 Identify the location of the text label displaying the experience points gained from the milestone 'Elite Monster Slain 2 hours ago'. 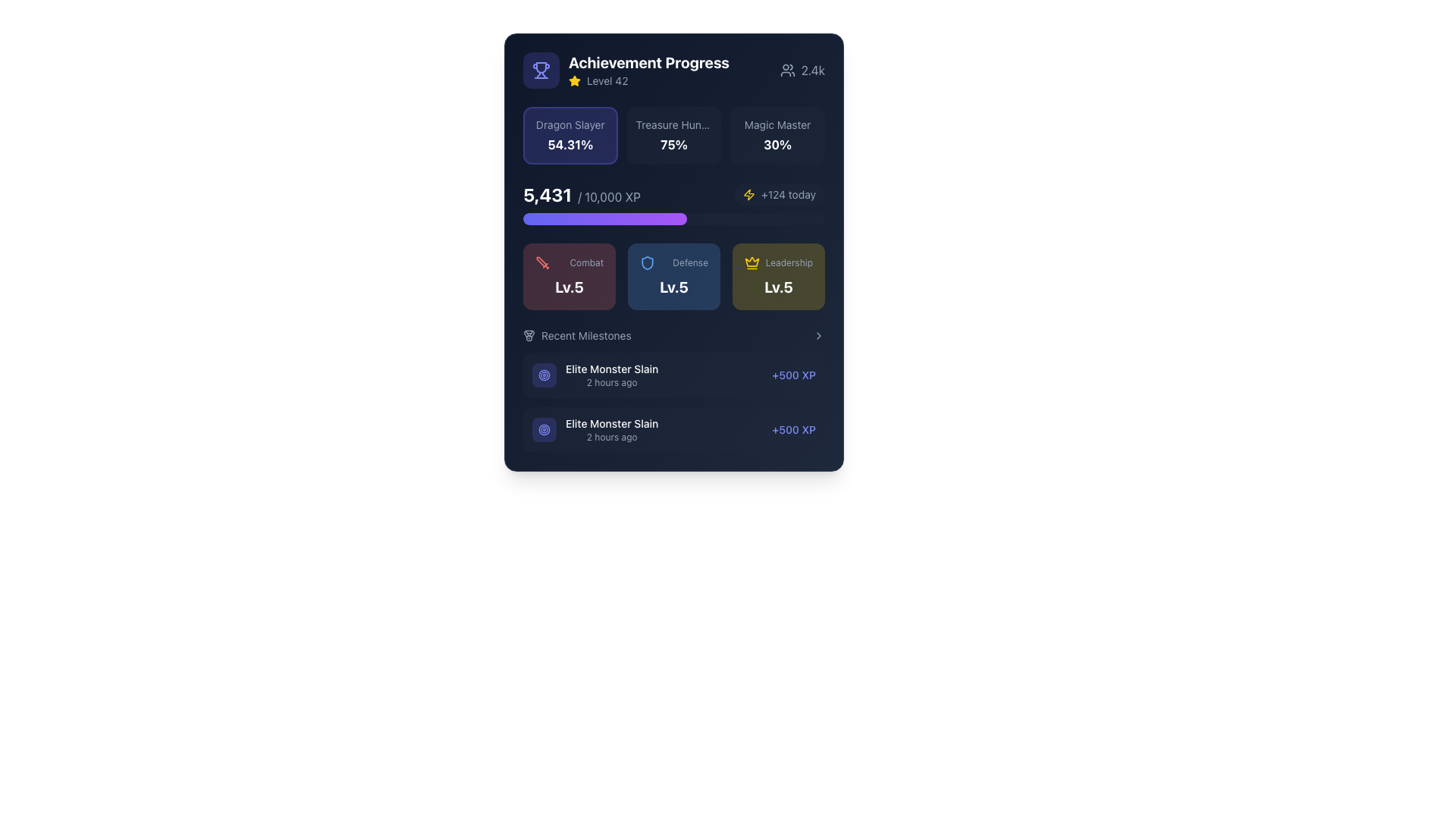
(793, 430).